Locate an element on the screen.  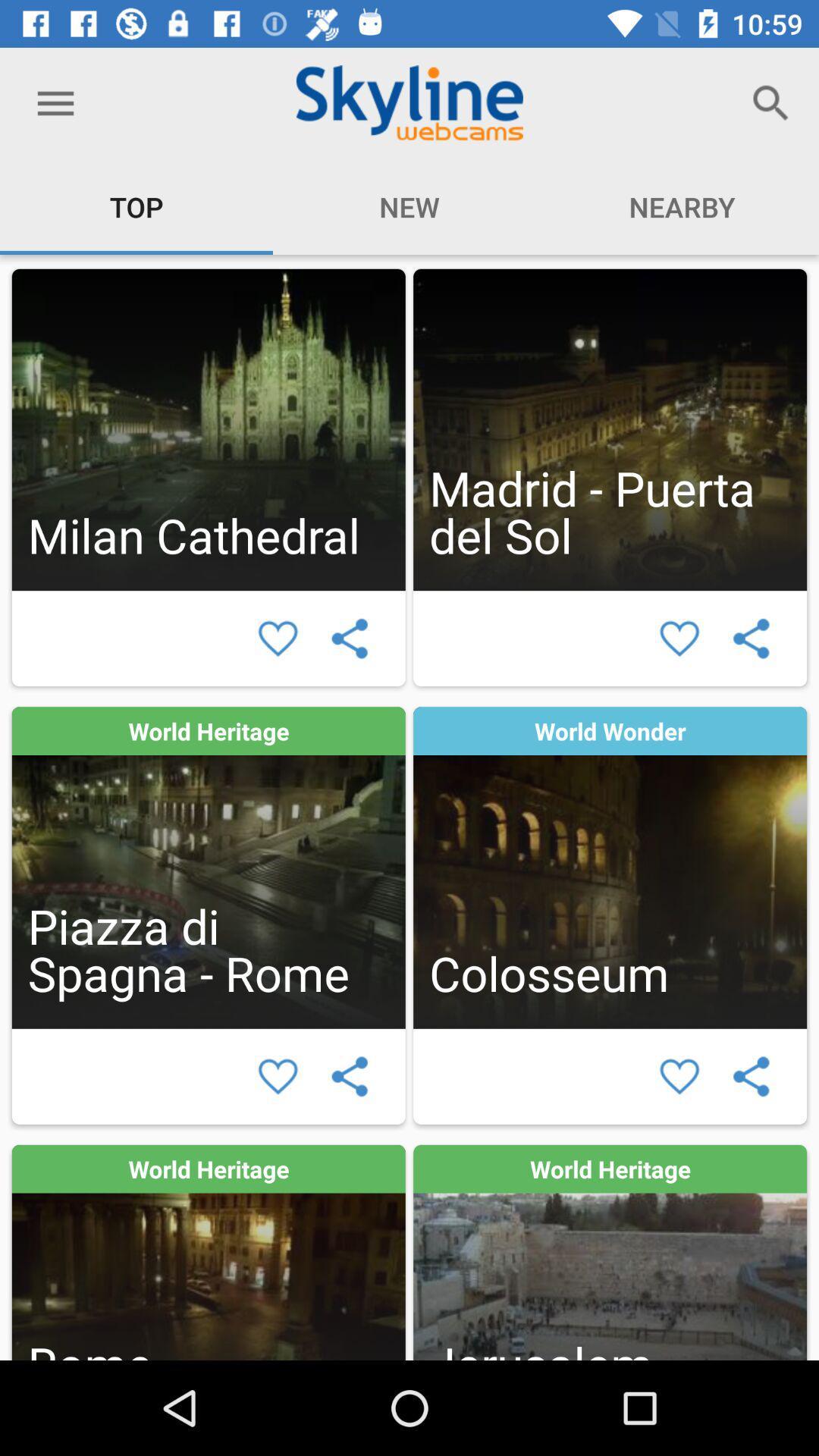
jerusalem option is located at coordinates (609, 1252).